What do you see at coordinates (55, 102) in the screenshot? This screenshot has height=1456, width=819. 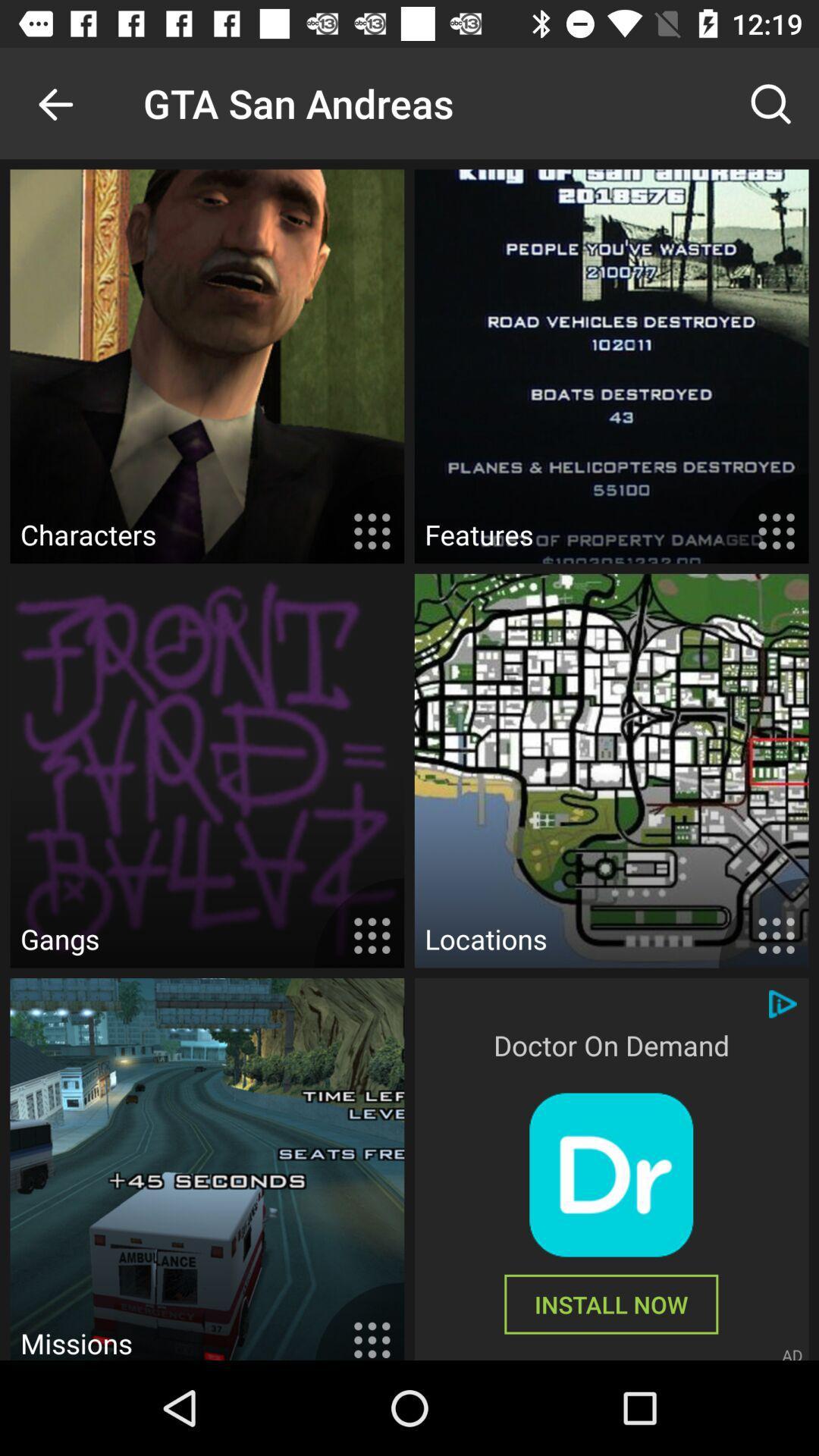 I see `previous` at bounding box center [55, 102].